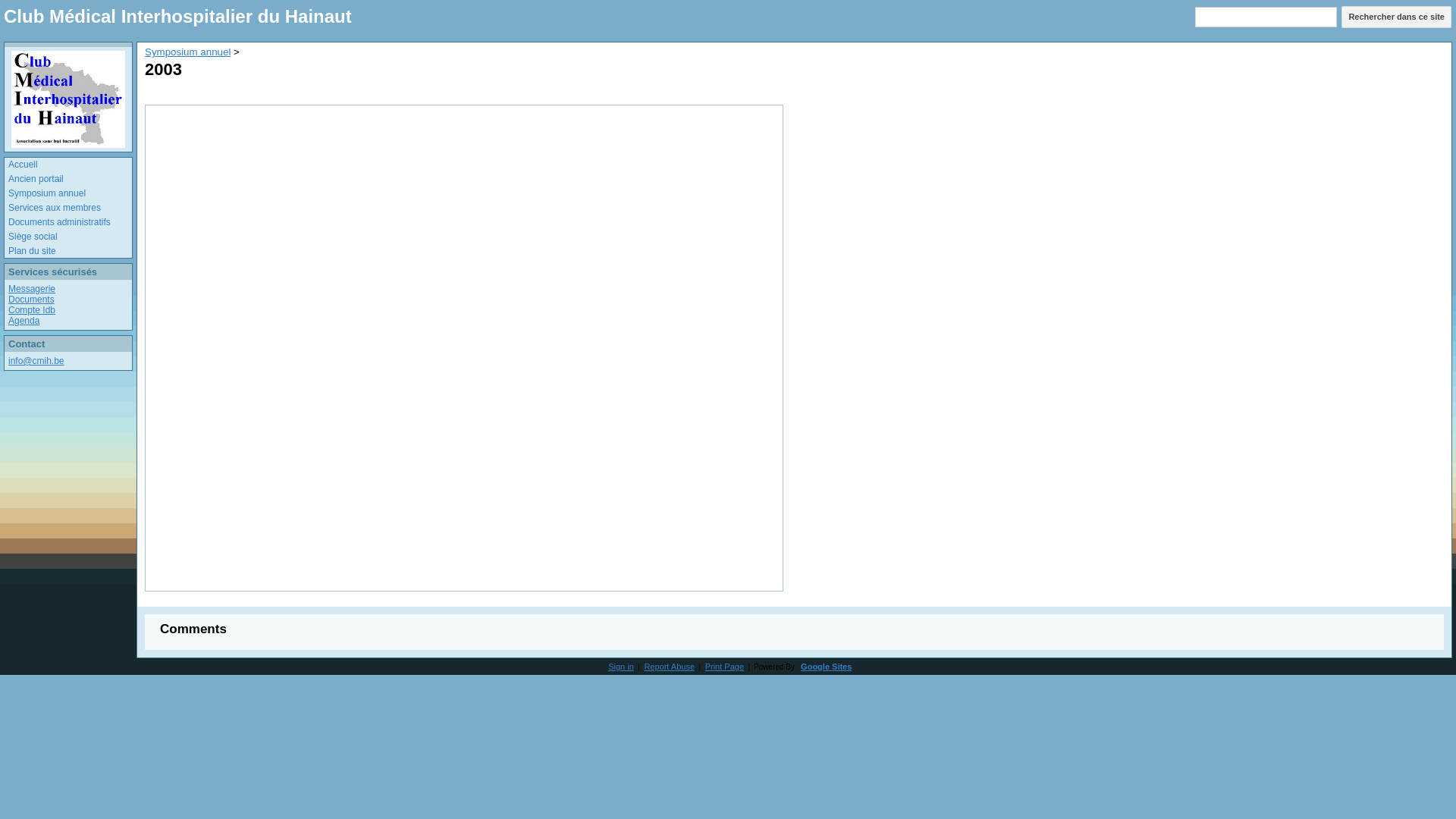  I want to click on 'info@cmih.be', so click(8, 360).